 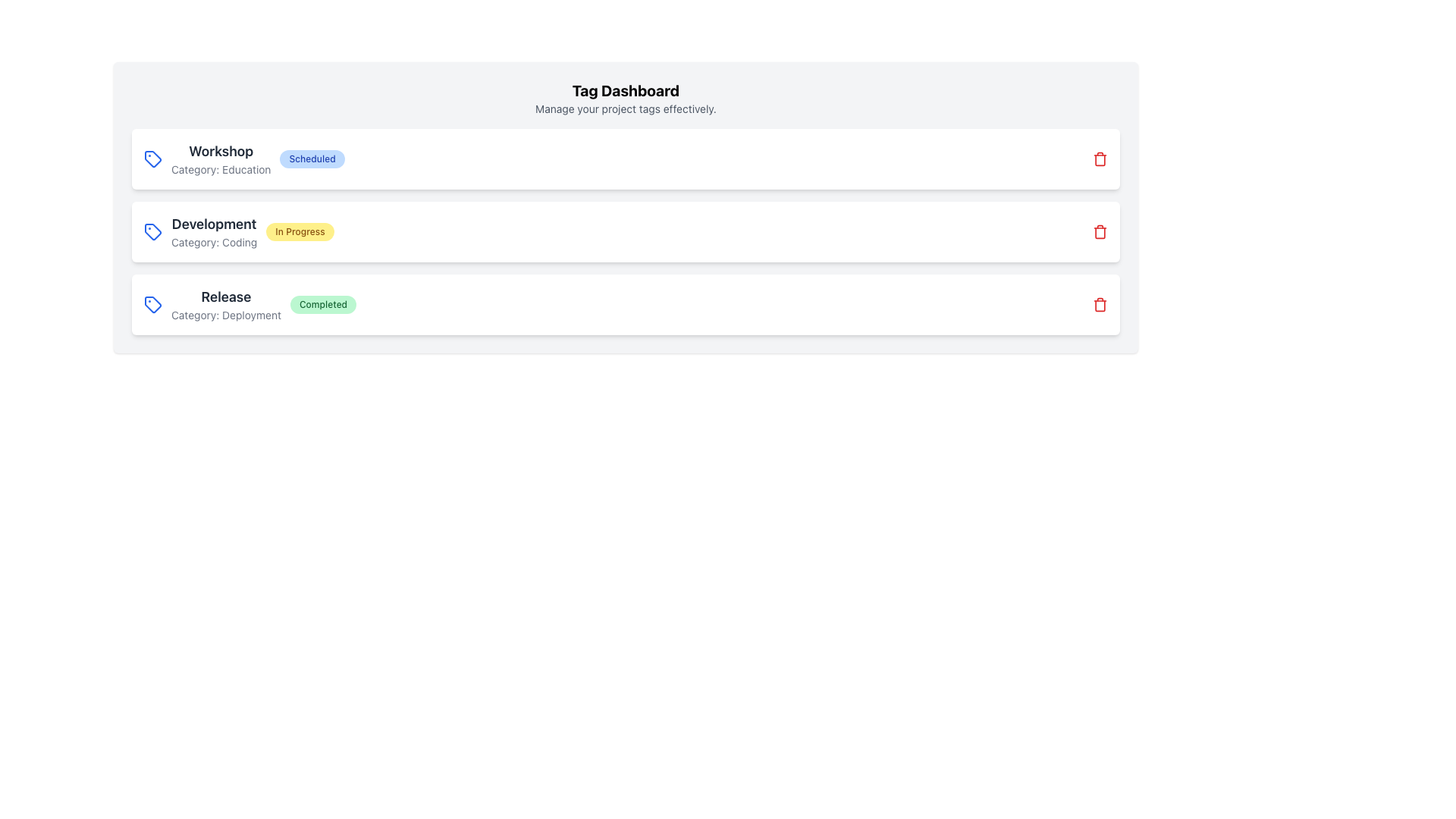 What do you see at coordinates (626, 99) in the screenshot?
I see `informational header text that introduces the purpose of the page for managing project tags, located at the top of the dashboard interface` at bounding box center [626, 99].